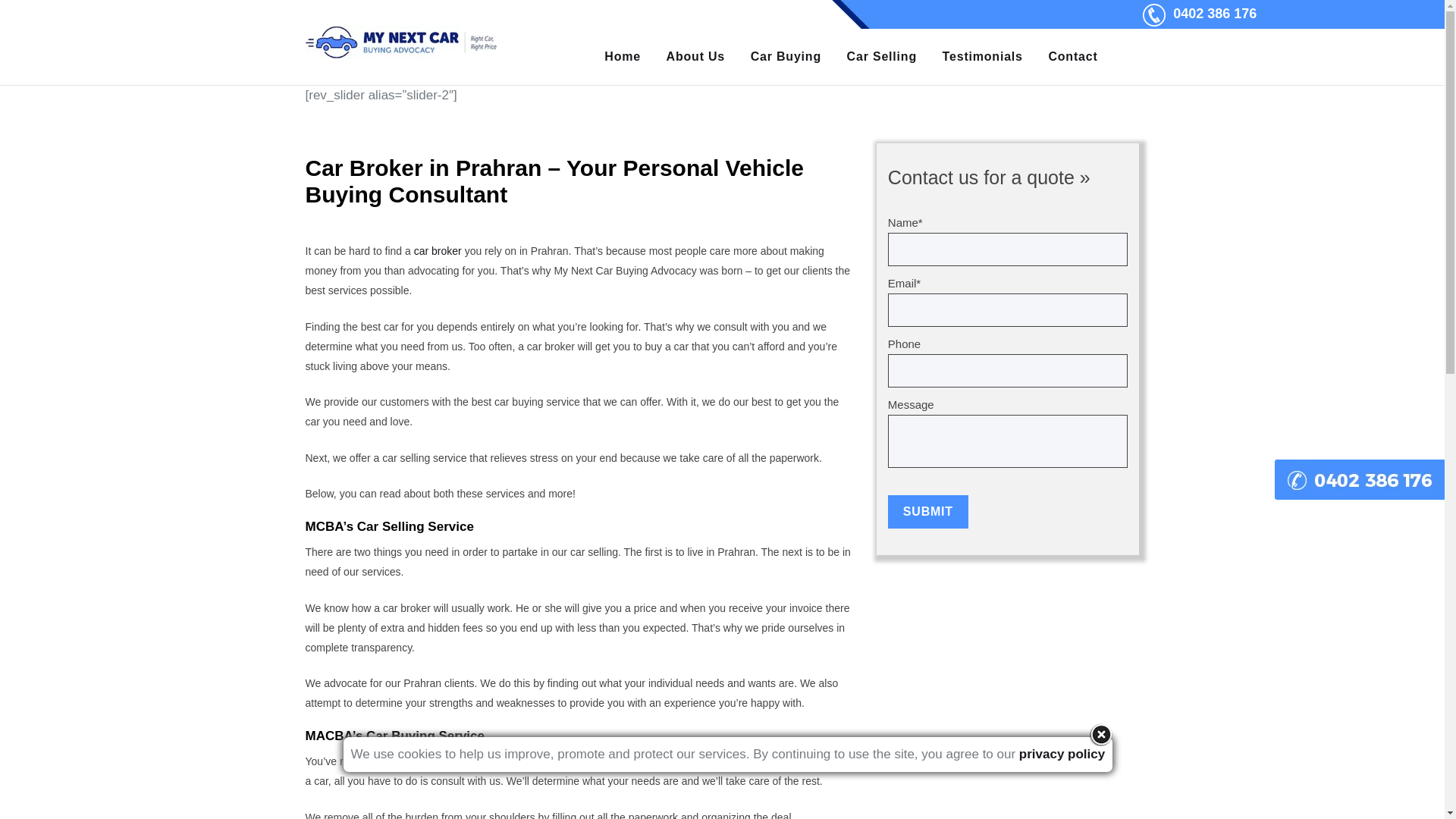  What do you see at coordinates (1061, 754) in the screenshot?
I see `'privacy policy'` at bounding box center [1061, 754].